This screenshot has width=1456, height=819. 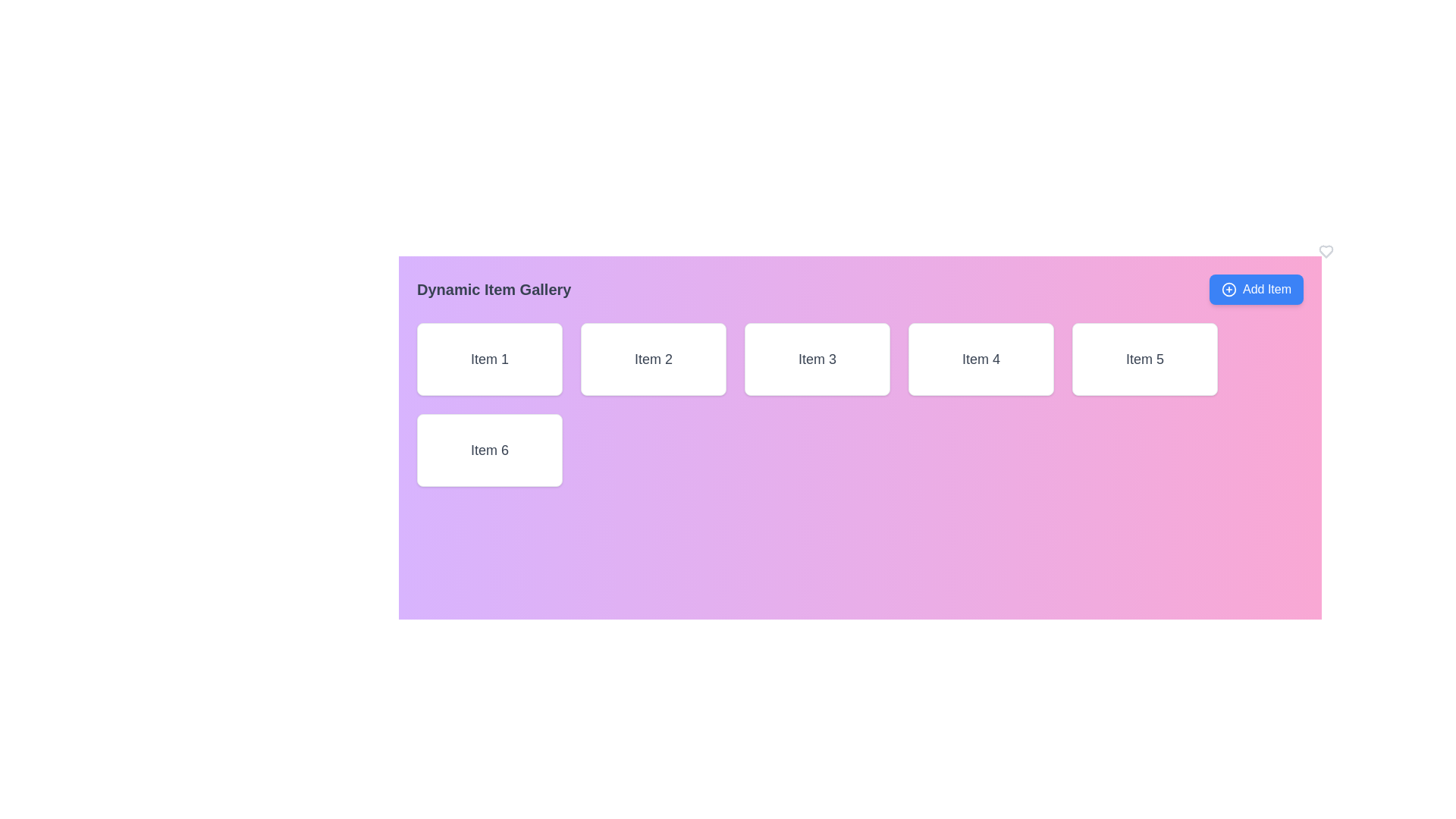 I want to click on text of the text label displaying 'Item 6', which is styled with a medium font size and gray color, located at the center of the sixth card in a vertical list of cards, so click(x=490, y=450).